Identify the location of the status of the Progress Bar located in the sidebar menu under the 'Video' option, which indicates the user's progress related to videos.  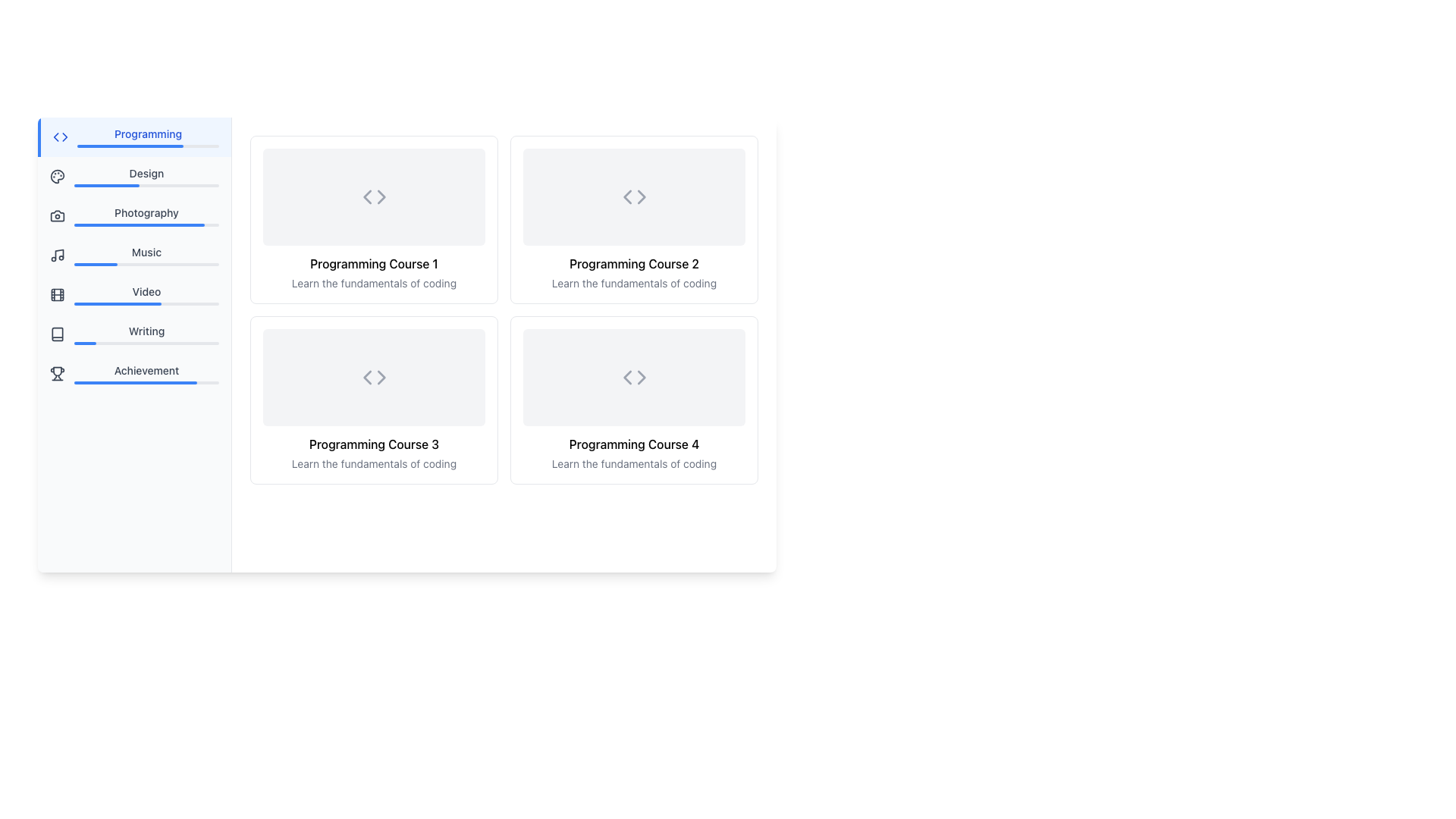
(146, 295).